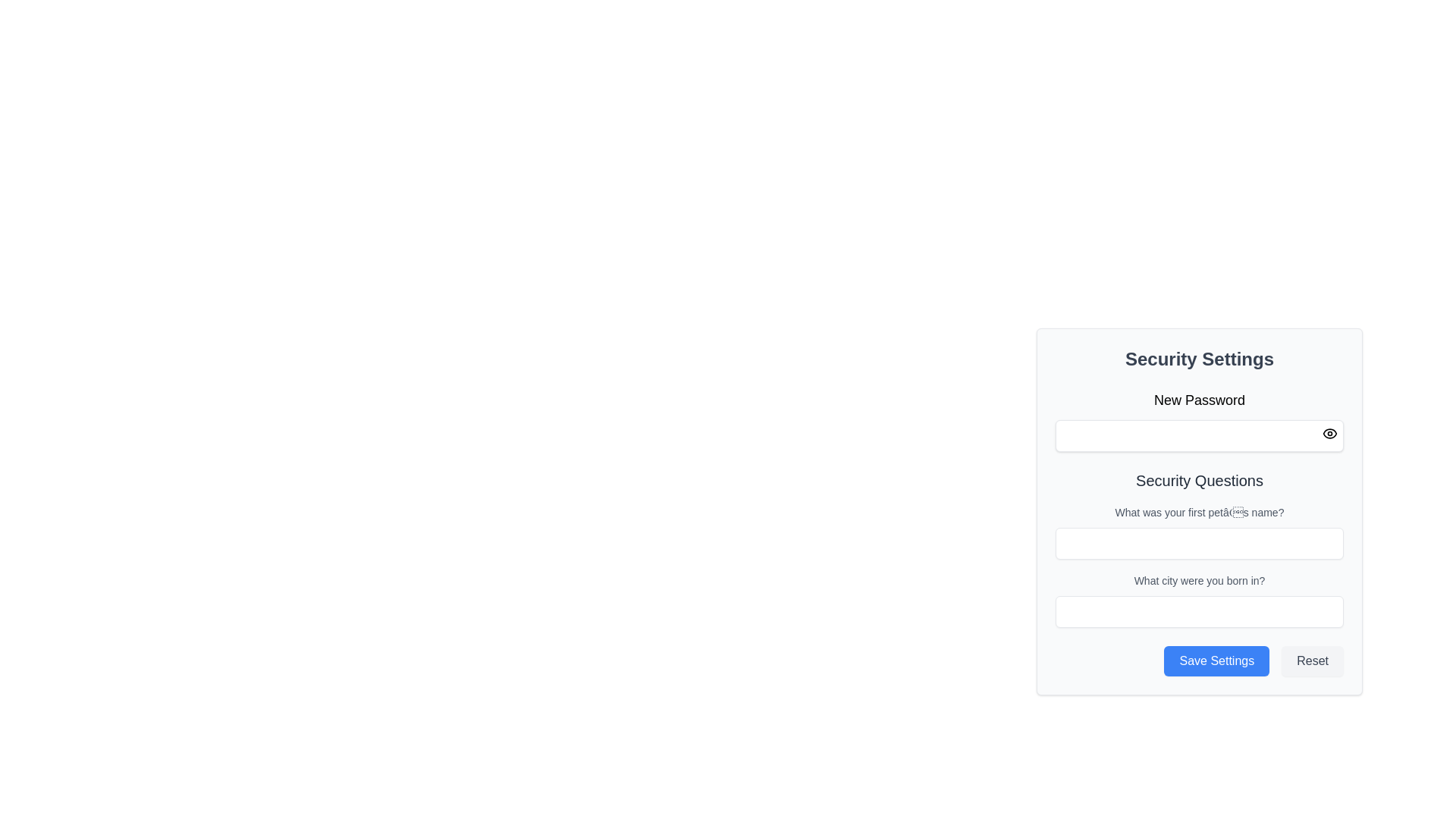 This screenshot has width=1456, height=819. I want to click on the 'Reset' button located at the bottom-right corner of the form-like interface, so click(1312, 660).